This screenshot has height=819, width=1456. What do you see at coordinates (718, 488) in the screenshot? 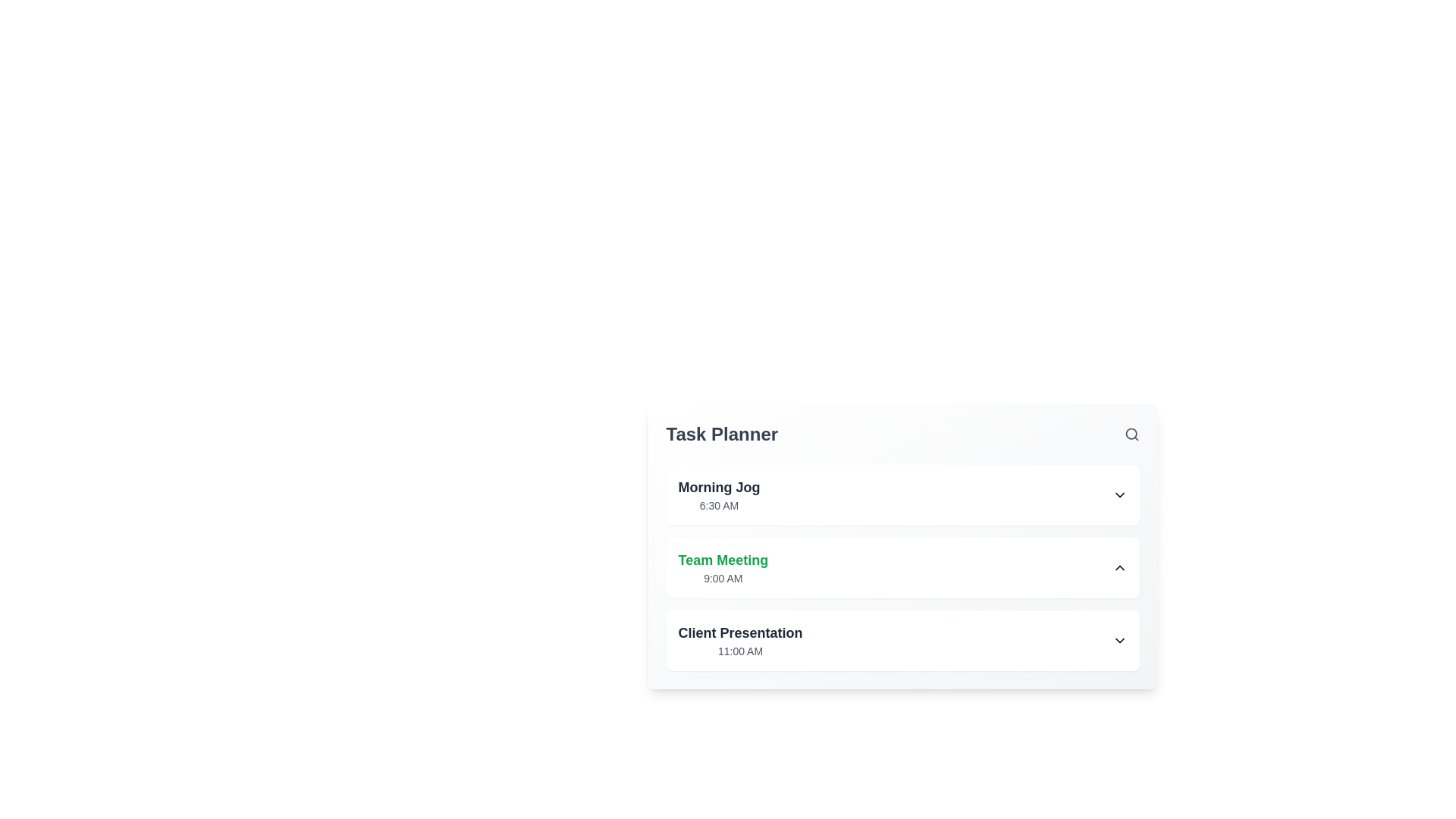
I see `the 'Morning Jog' text label located in the 'Task Planner' section, which is styled in bold with a dark gray color and positioned above '6:30 AM'` at bounding box center [718, 488].